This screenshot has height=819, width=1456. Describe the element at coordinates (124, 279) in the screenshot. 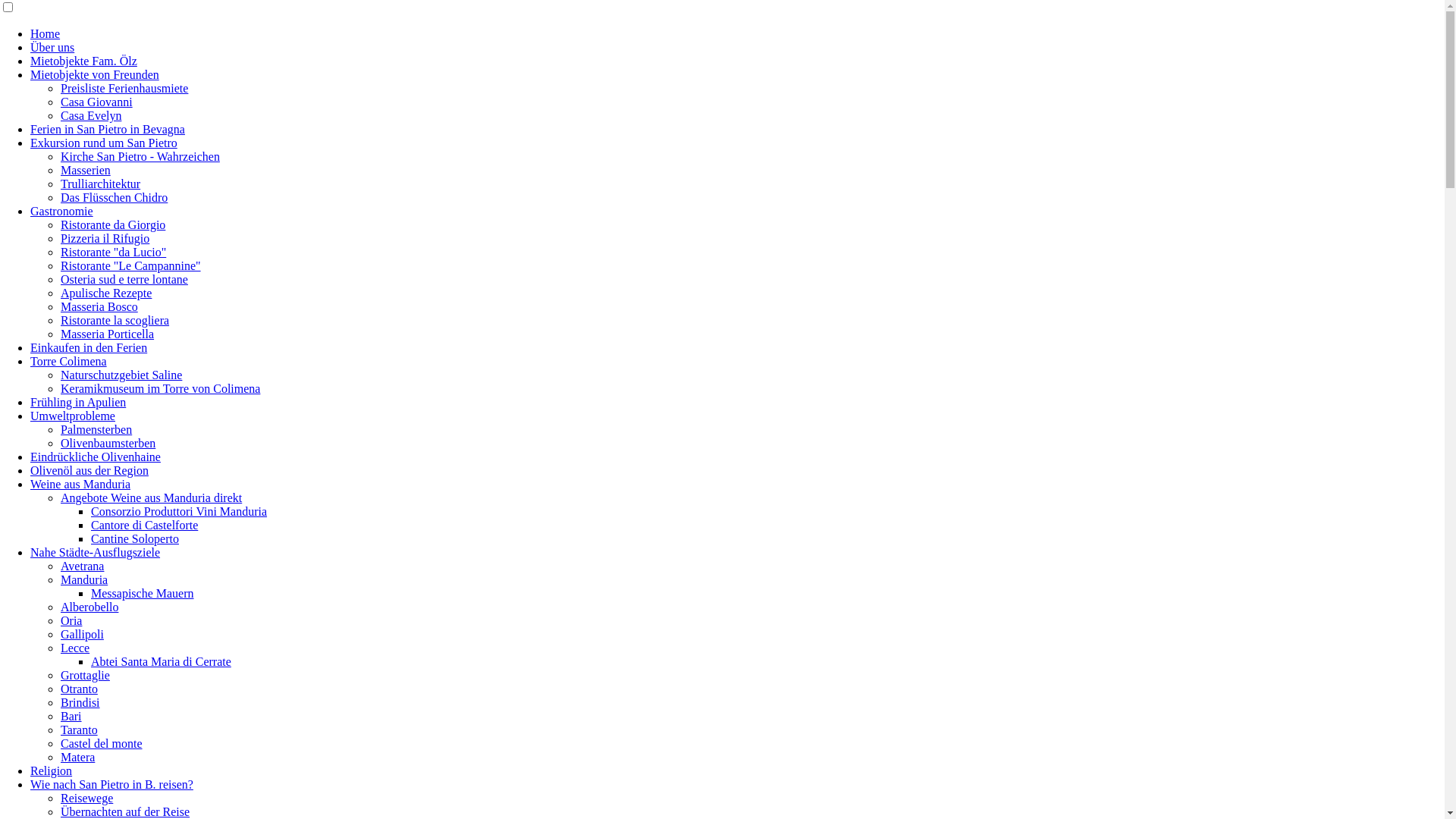

I see `'Osteria sud e terre lontane'` at that location.